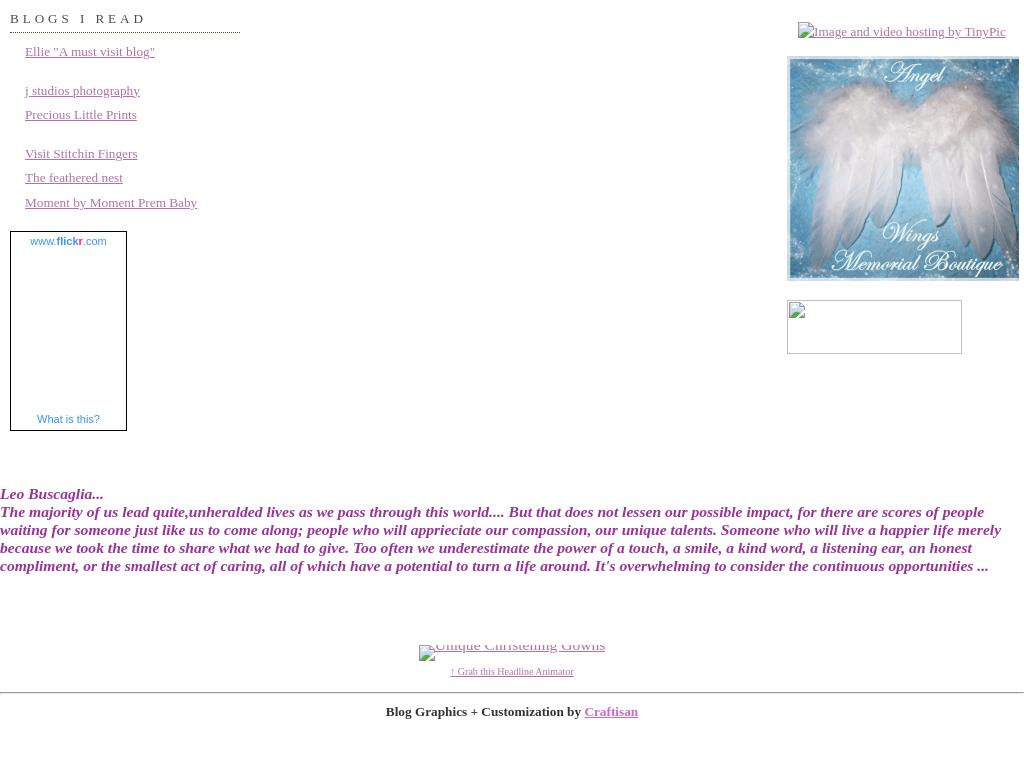  I want to click on 'flick', so click(65, 241).